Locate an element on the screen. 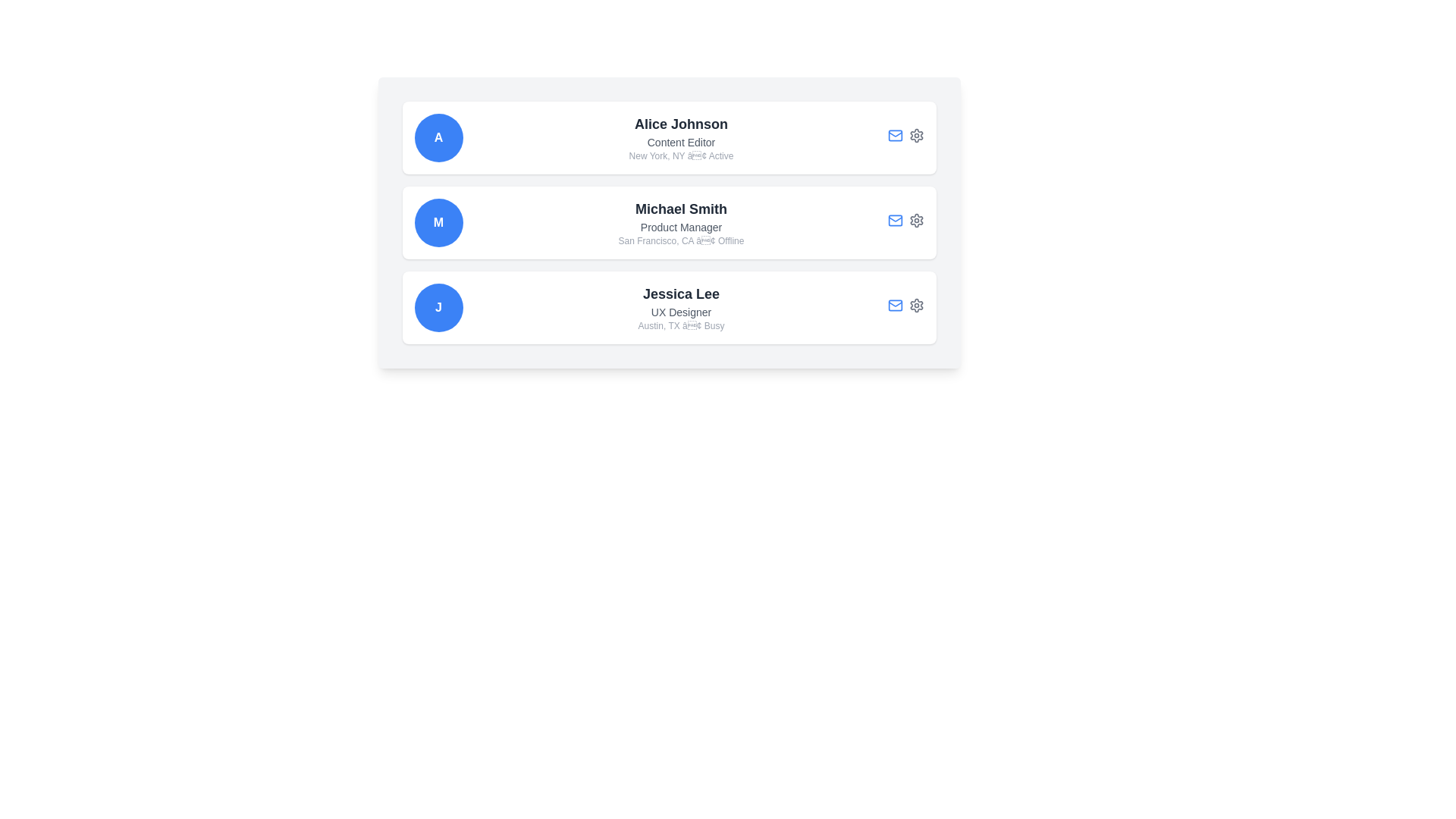  the text display element that shows the individual's name, position, location, and current status, located in the center area of the card layout to the right of the circular icon with the letter 'A' is located at coordinates (680, 137).